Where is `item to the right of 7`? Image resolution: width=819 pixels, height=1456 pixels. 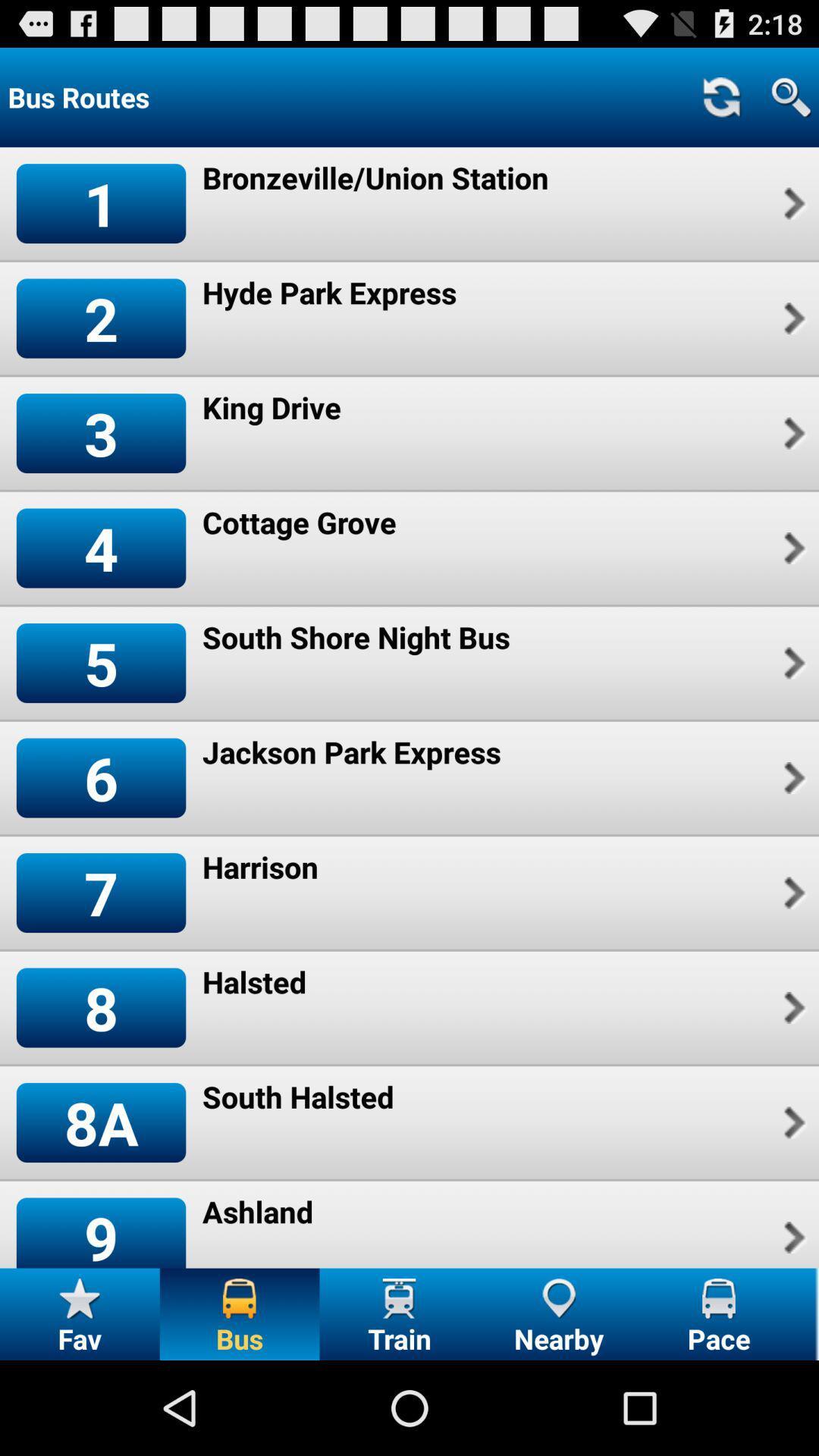
item to the right of 7 is located at coordinates (259, 867).